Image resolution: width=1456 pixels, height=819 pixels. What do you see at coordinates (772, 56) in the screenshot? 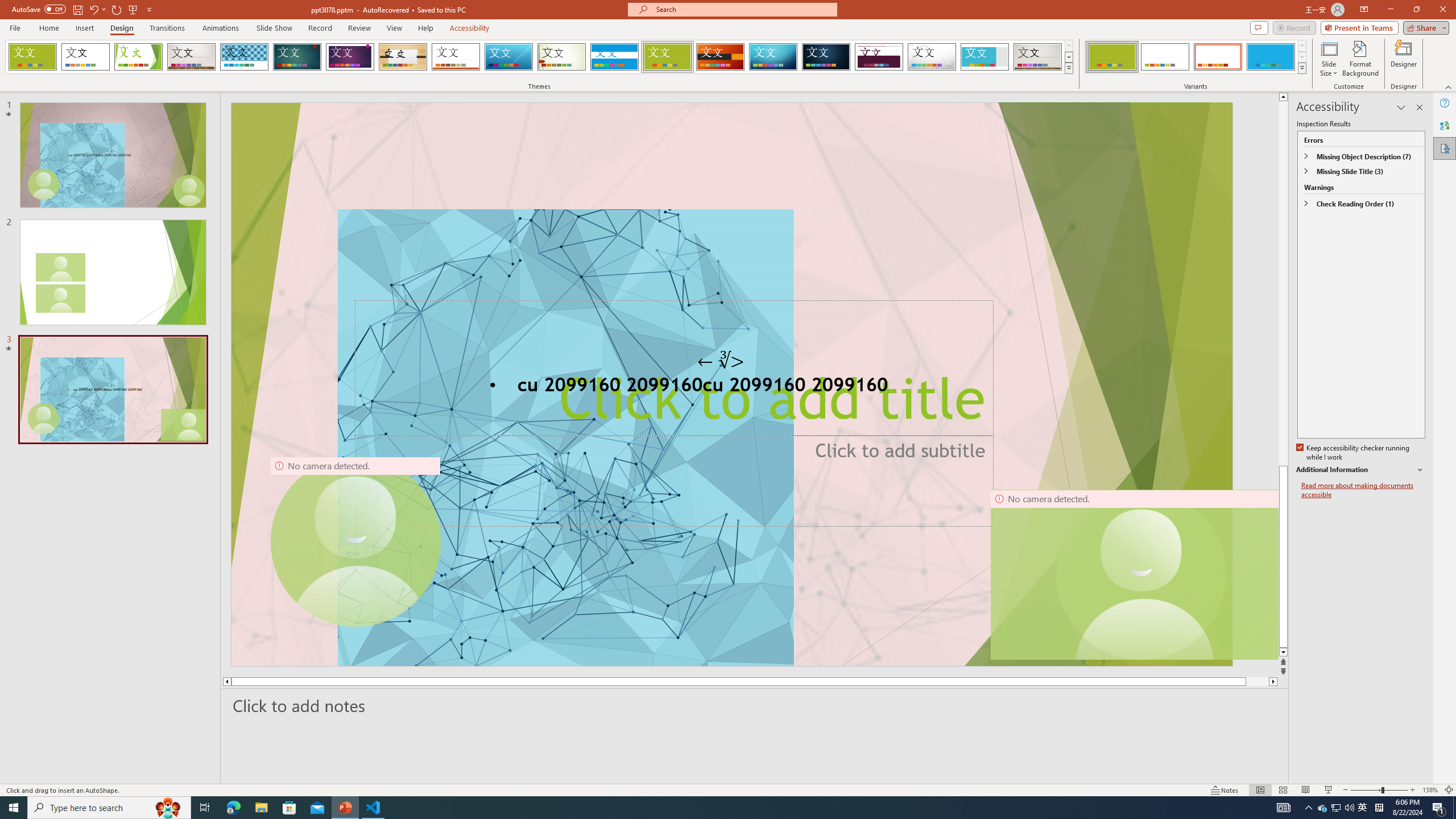
I see `'Circuit'` at bounding box center [772, 56].